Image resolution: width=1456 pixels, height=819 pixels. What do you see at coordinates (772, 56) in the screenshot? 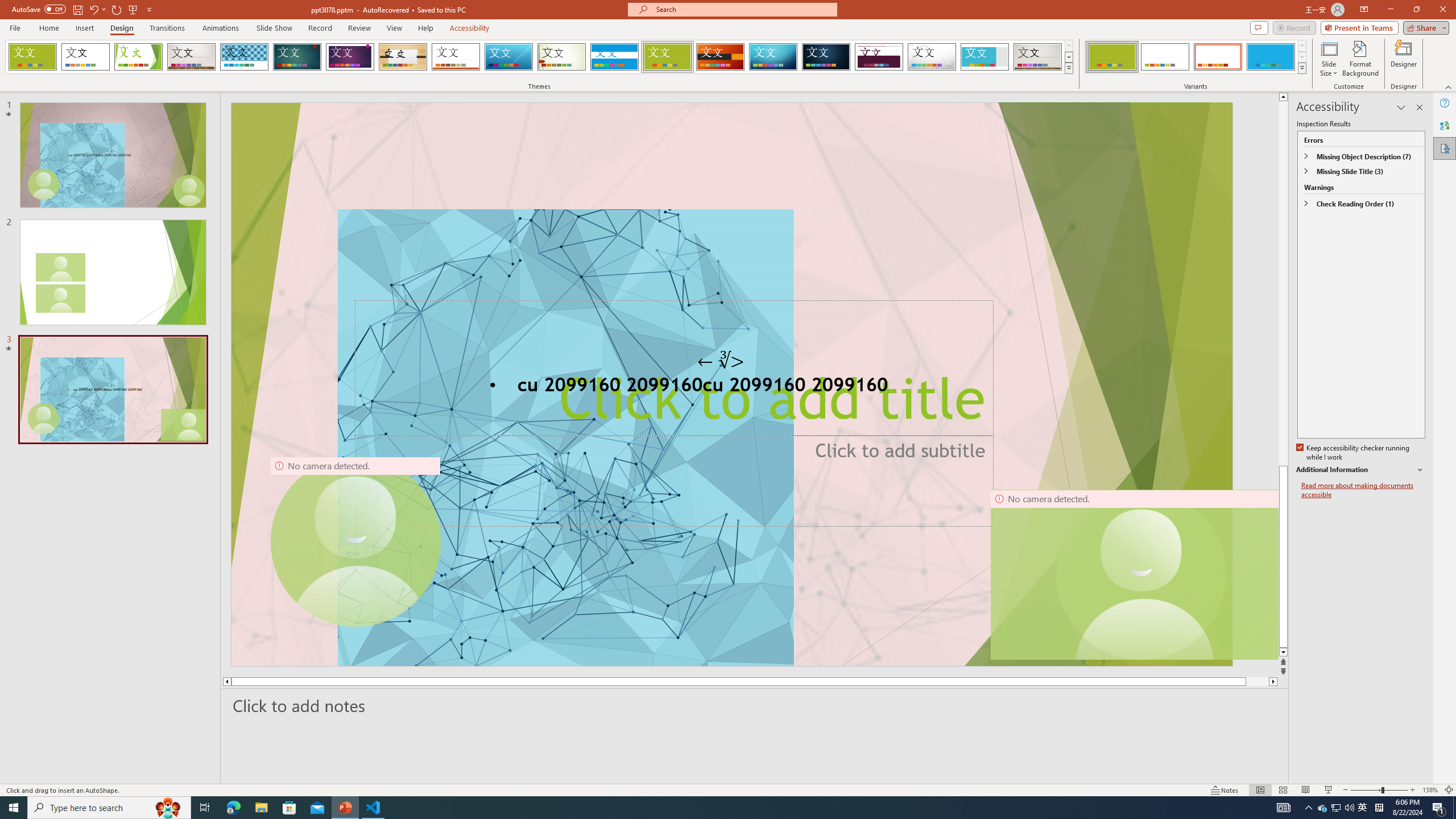
I see `'Circuit'` at bounding box center [772, 56].